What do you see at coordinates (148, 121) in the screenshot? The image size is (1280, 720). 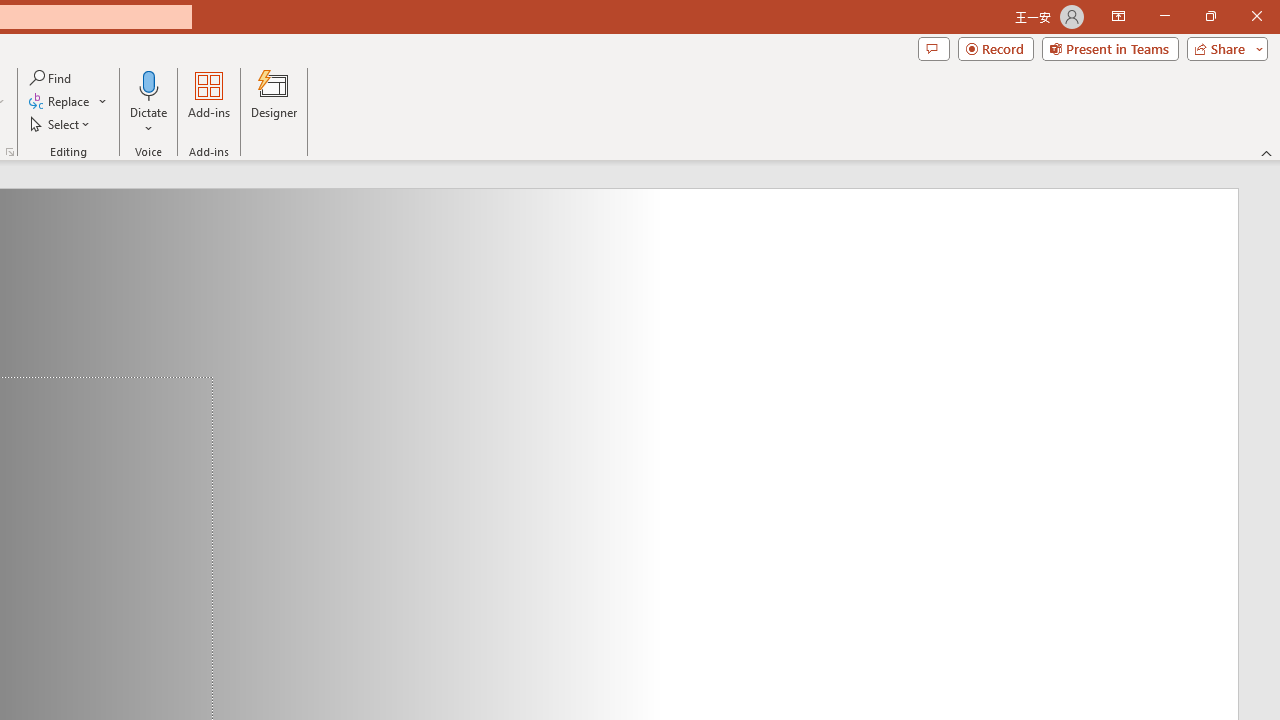 I see `'More Options'` at bounding box center [148, 121].